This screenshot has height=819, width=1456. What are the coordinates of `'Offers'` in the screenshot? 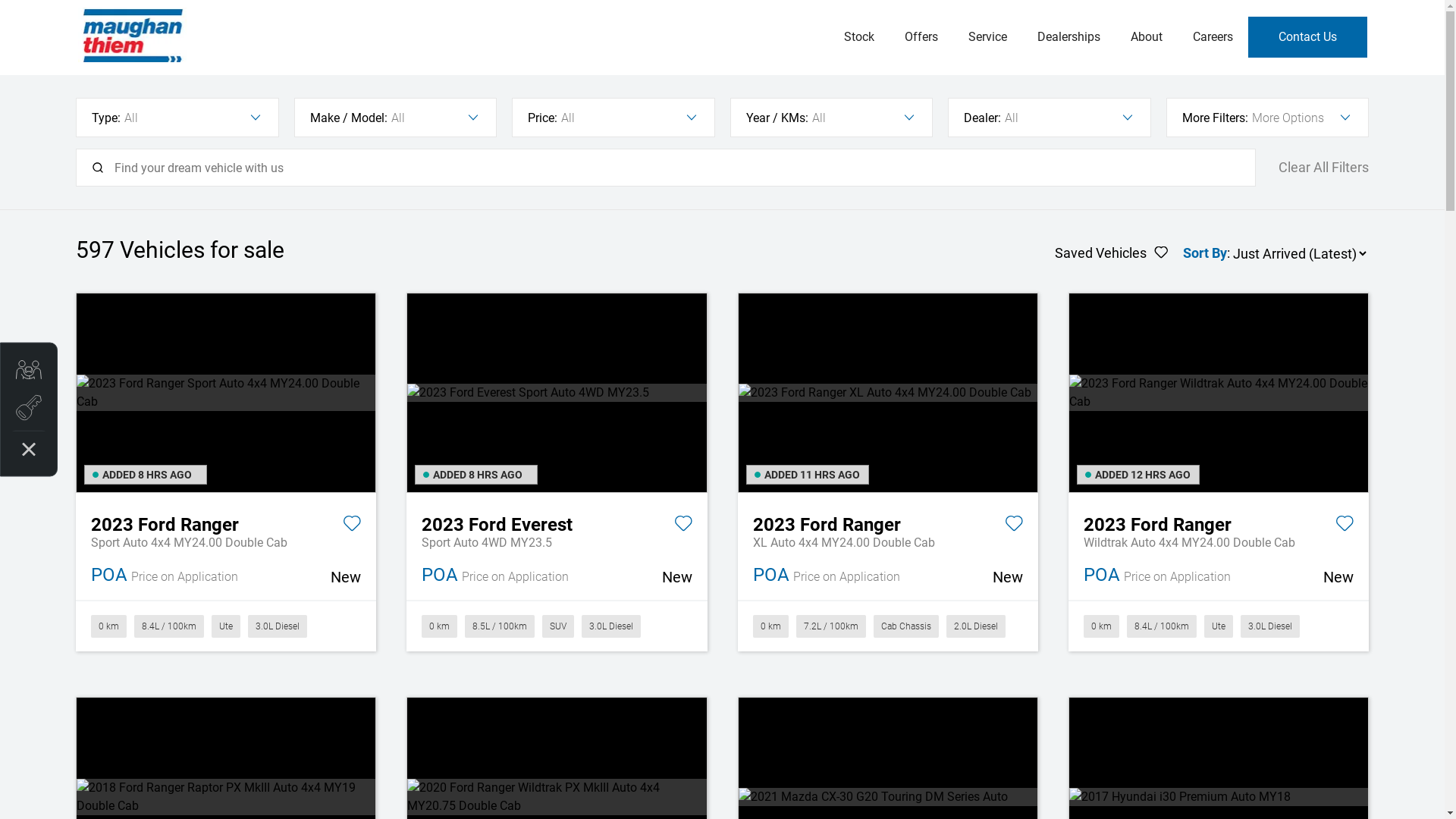 It's located at (920, 36).